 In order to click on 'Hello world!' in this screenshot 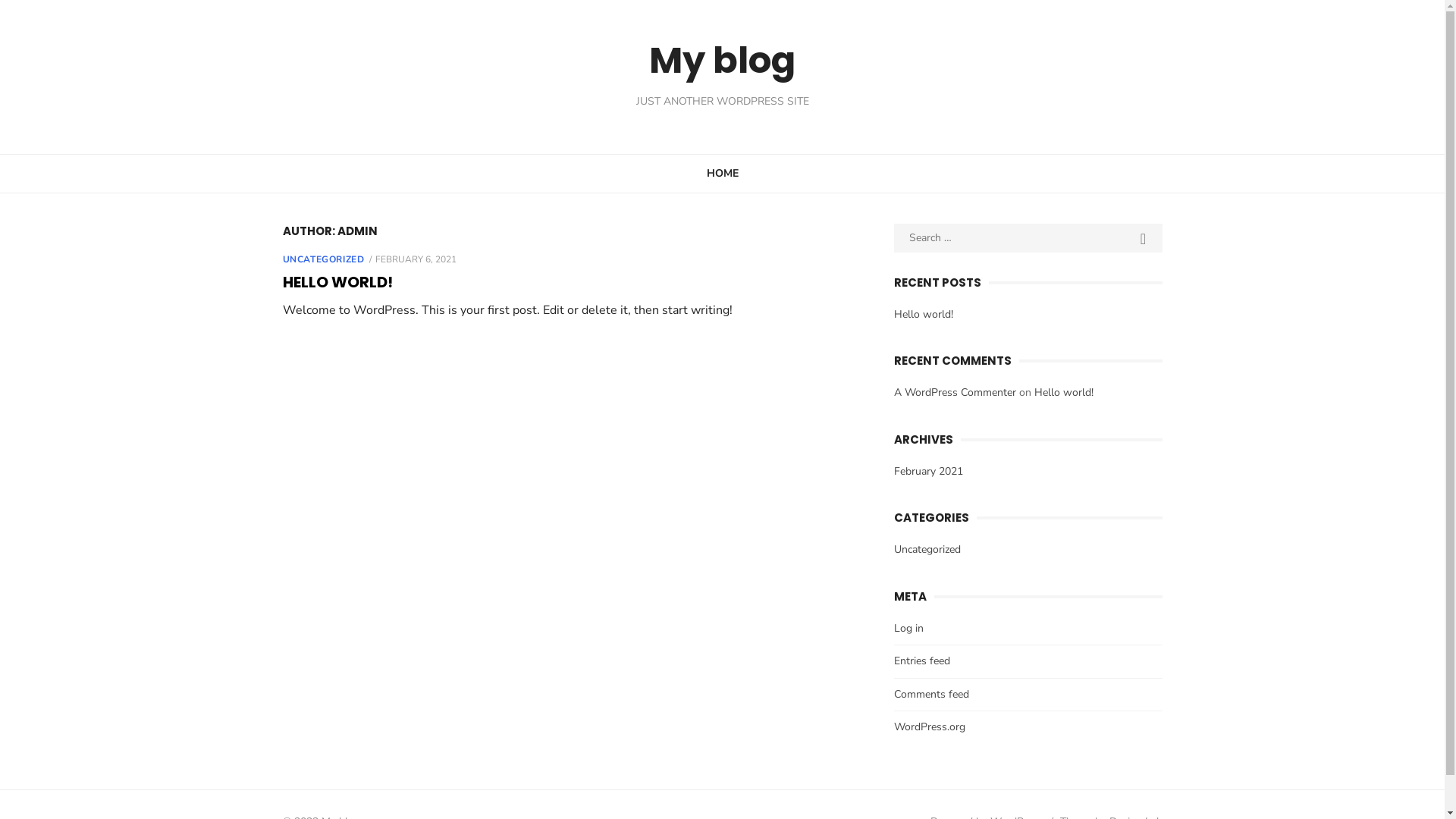, I will do `click(1062, 391)`.